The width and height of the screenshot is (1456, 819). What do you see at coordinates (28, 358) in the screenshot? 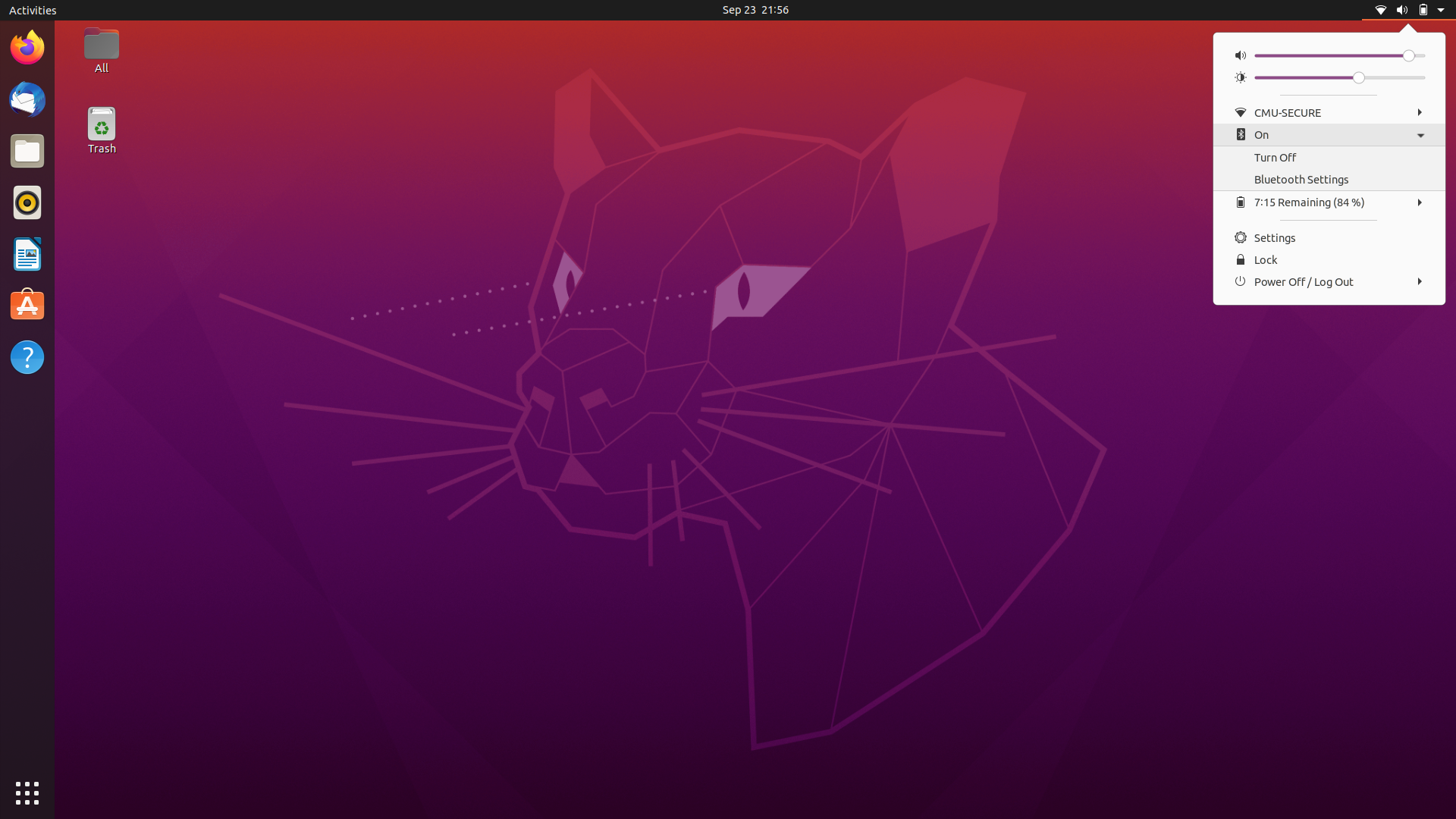
I see `Help software` at bounding box center [28, 358].